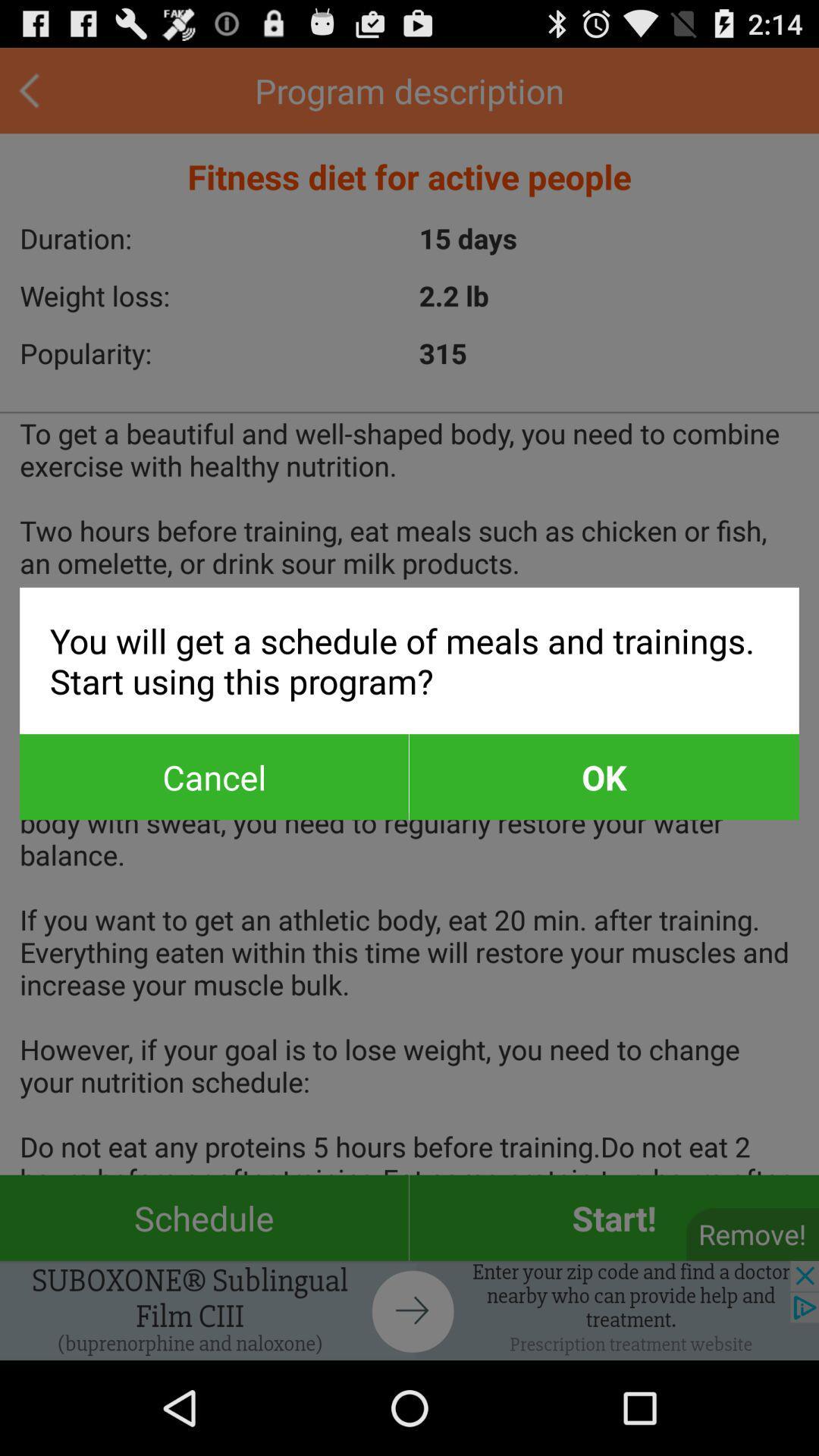  Describe the element at coordinates (214, 777) in the screenshot. I see `the cancel button` at that location.